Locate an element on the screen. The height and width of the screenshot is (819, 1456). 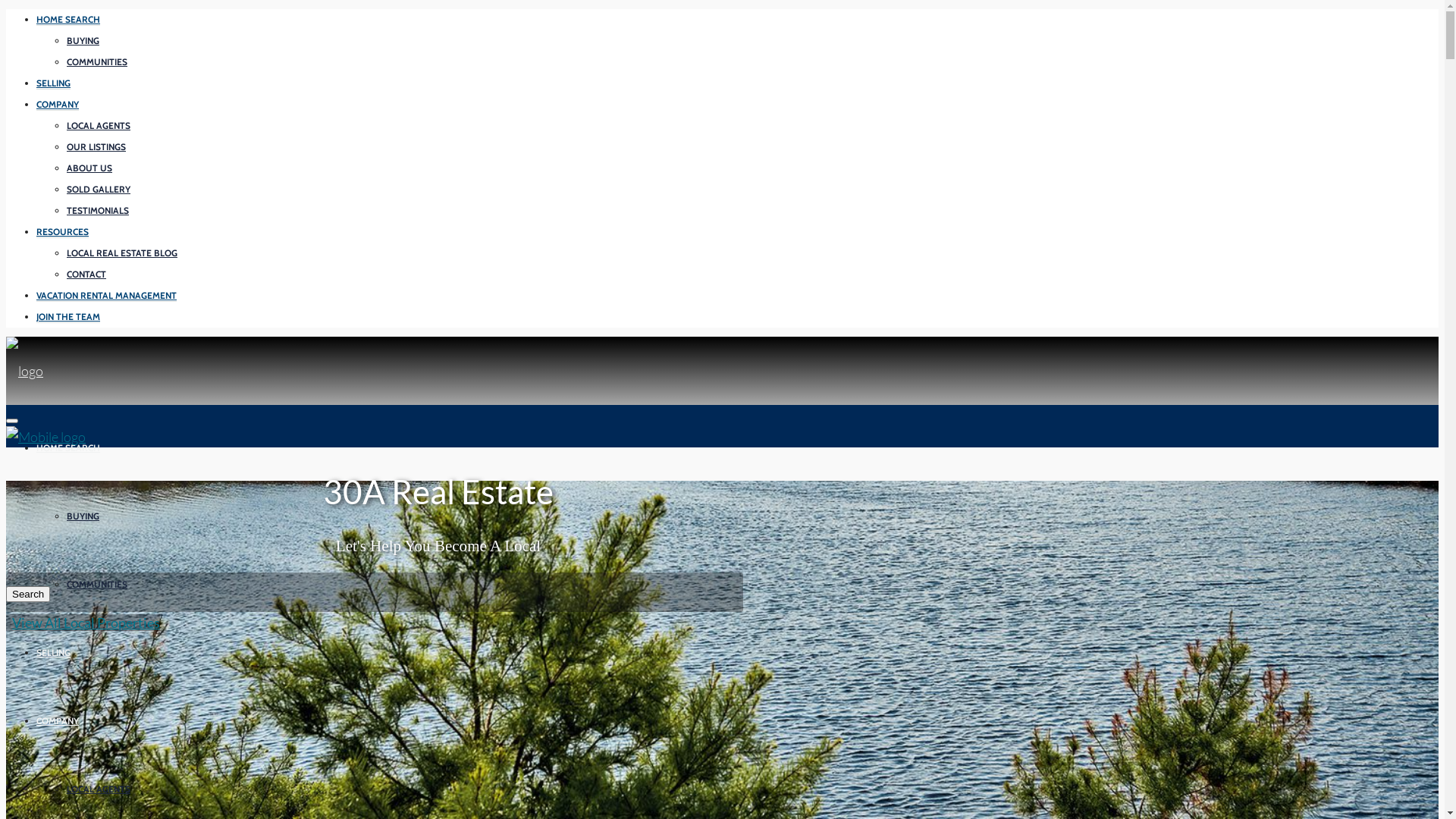
'HOME SEARCH' is located at coordinates (67, 447).